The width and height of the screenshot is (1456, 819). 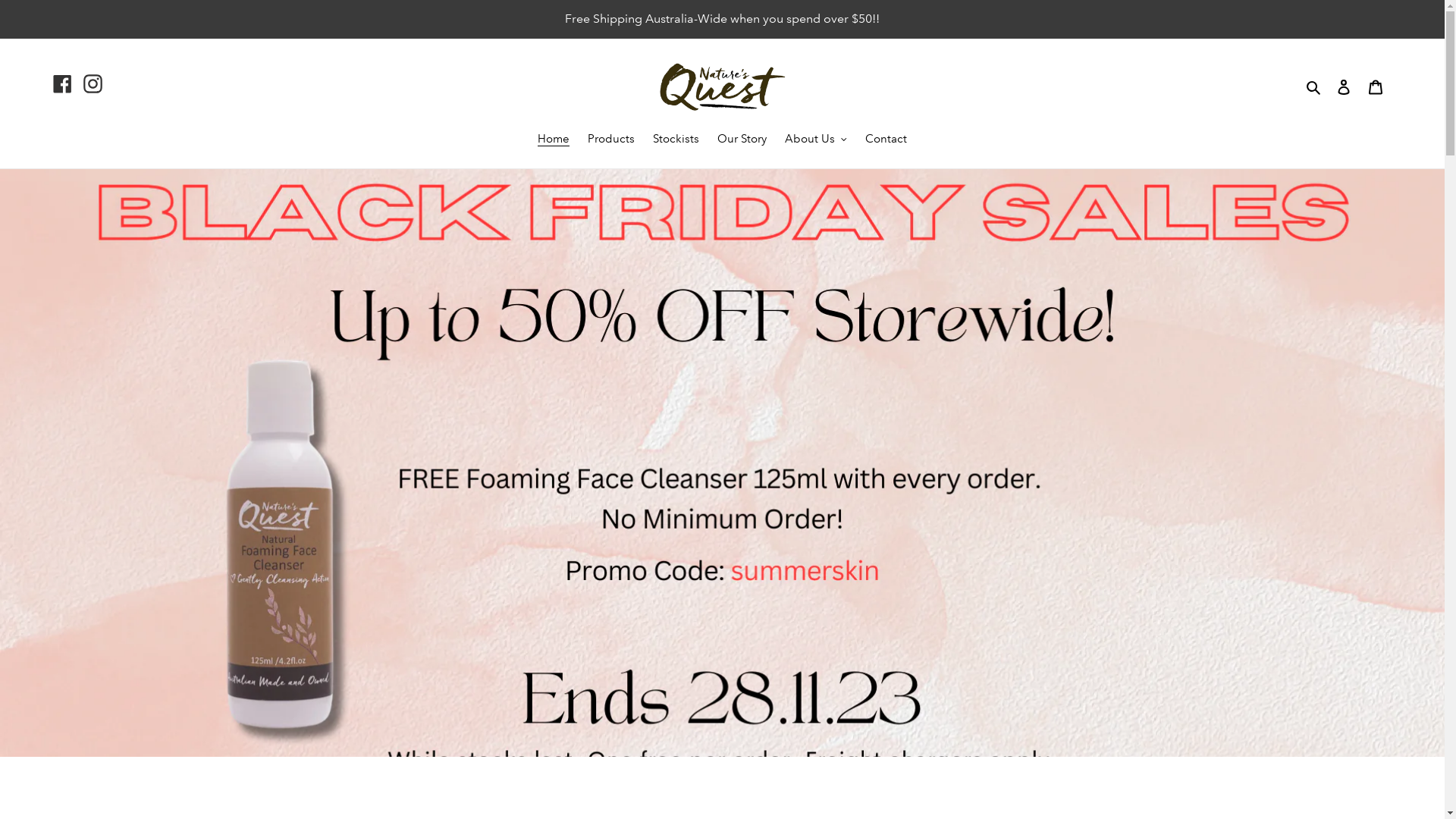 I want to click on 'Cart', so click(x=1376, y=86).